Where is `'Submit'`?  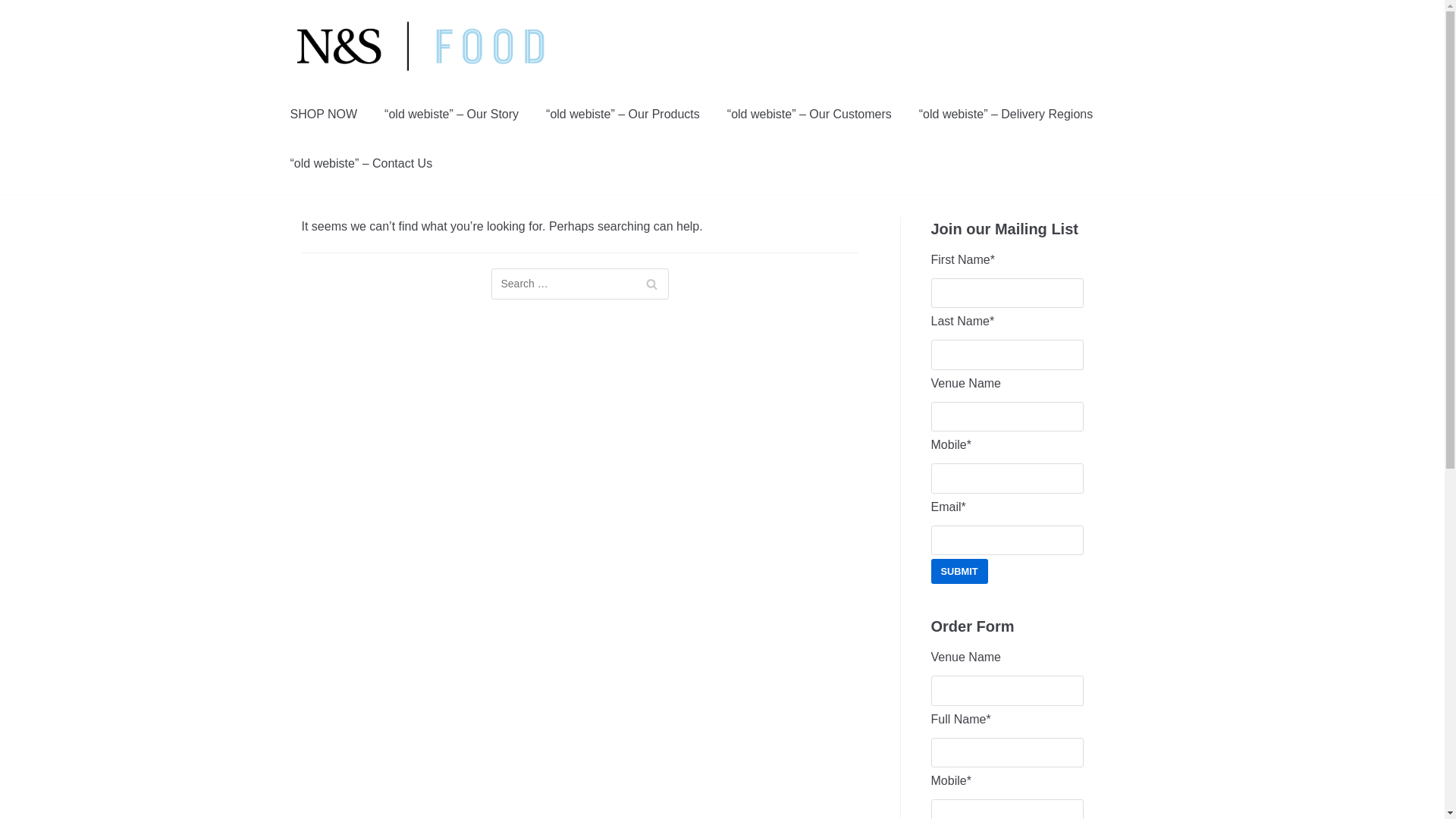
'Submit' is located at coordinates (930, 571).